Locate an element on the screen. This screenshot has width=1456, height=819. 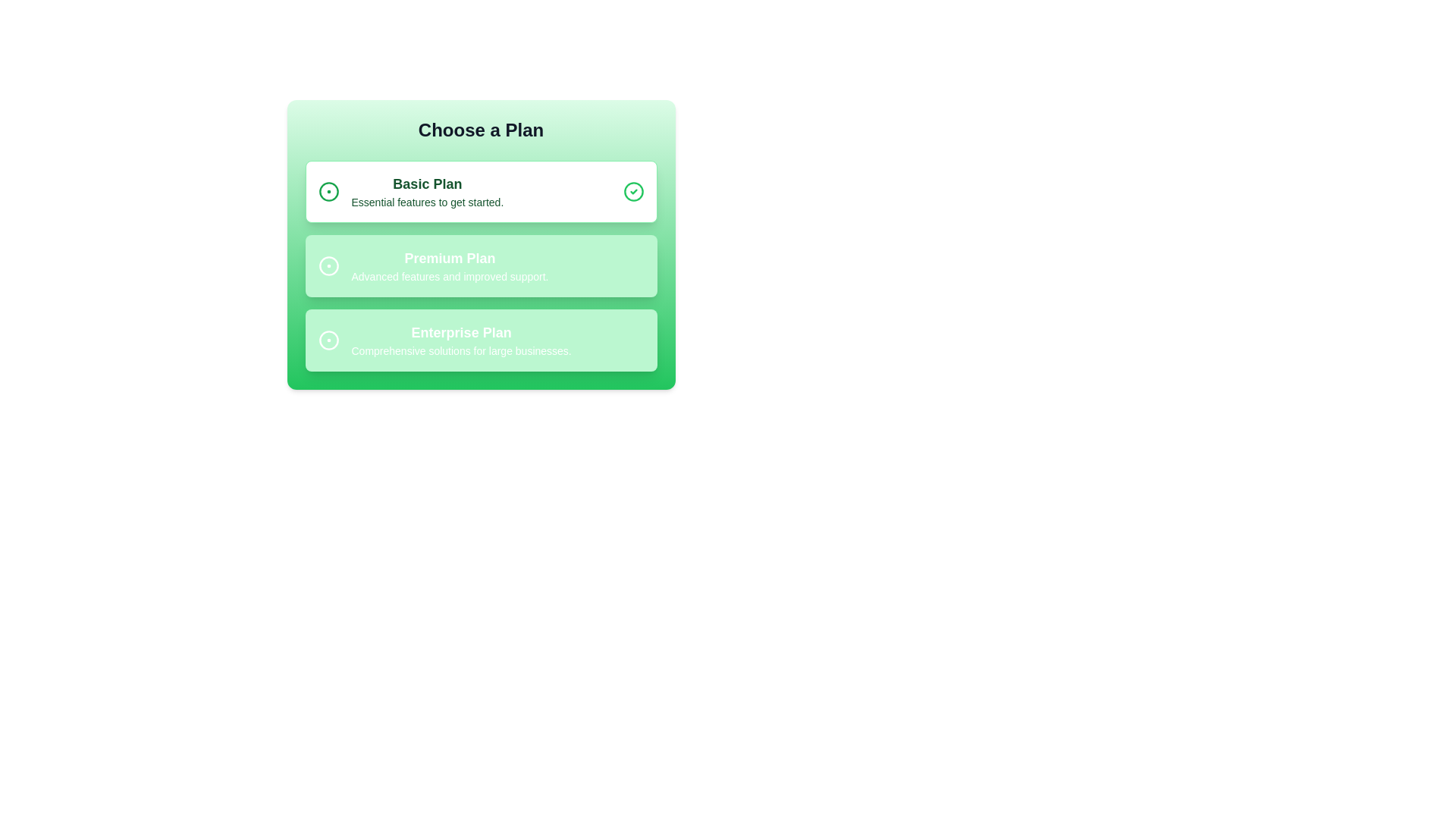
the state of the icon indicating that the 'Basic Plan' is selected, located in the top-right corner of the 'Basic Plan' card adjacent to the text 'Basic Plan' is located at coordinates (633, 191).